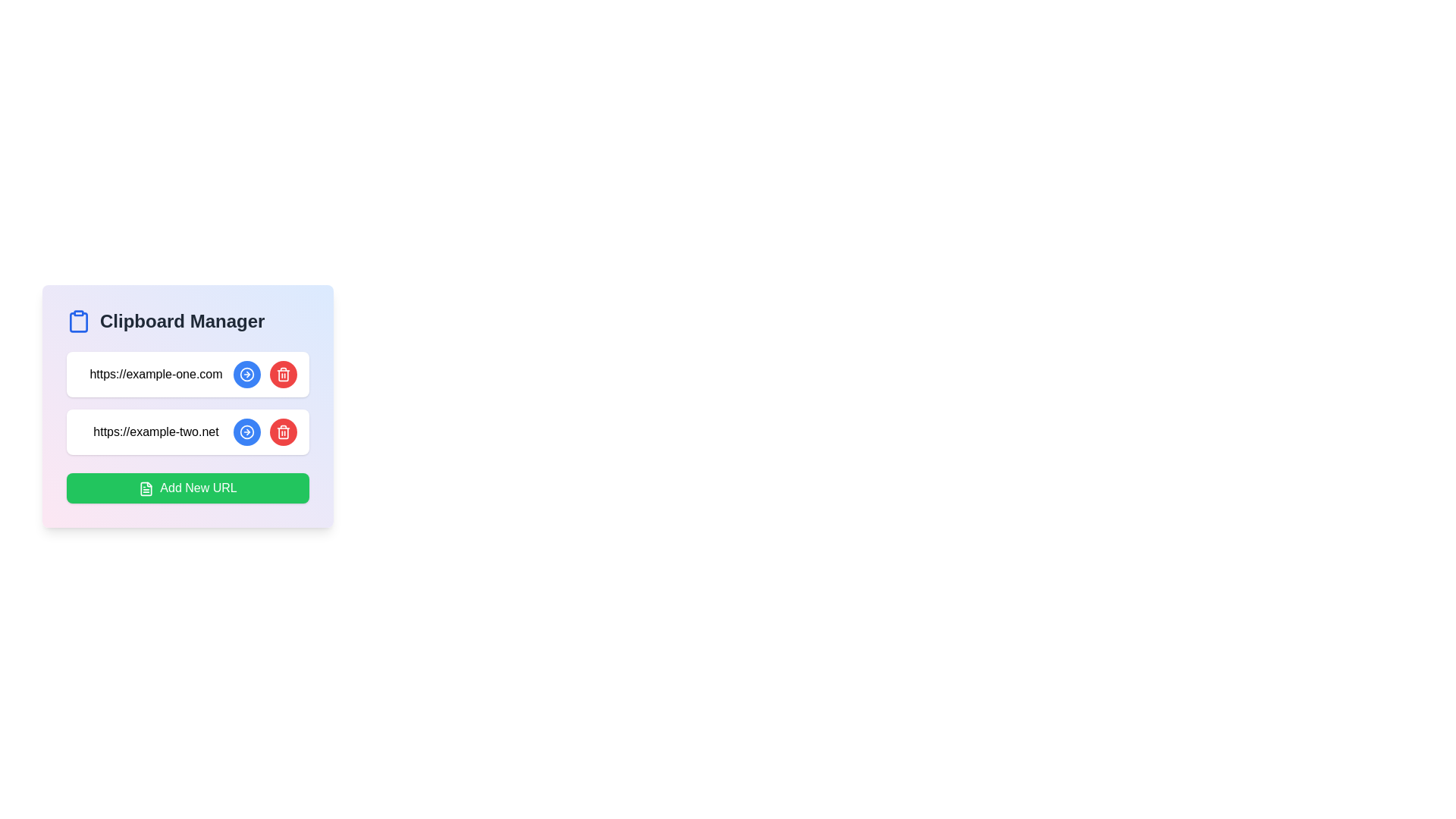 The width and height of the screenshot is (1456, 819). I want to click on the circular red button with a white trash icon, located to the right of the first URL entry in the Clipboard Manager interface, so click(284, 374).